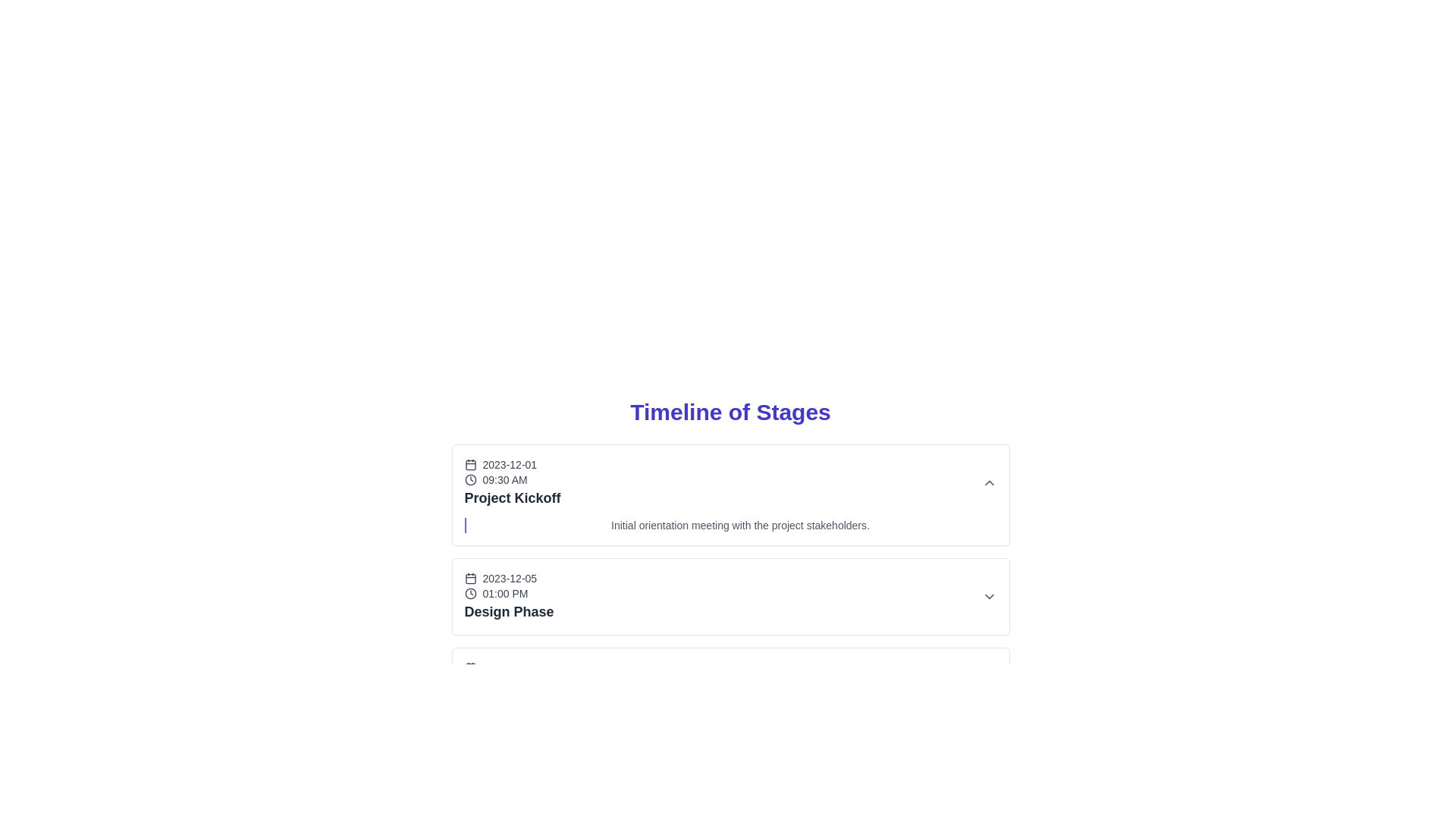 This screenshot has width=1456, height=819. Describe the element at coordinates (469, 479) in the screenshot. I see `the SVG Circle element that forms the outer border of the clock icon, located near the time information '01:00 PM' in the 'Design Phase' card` at that location.